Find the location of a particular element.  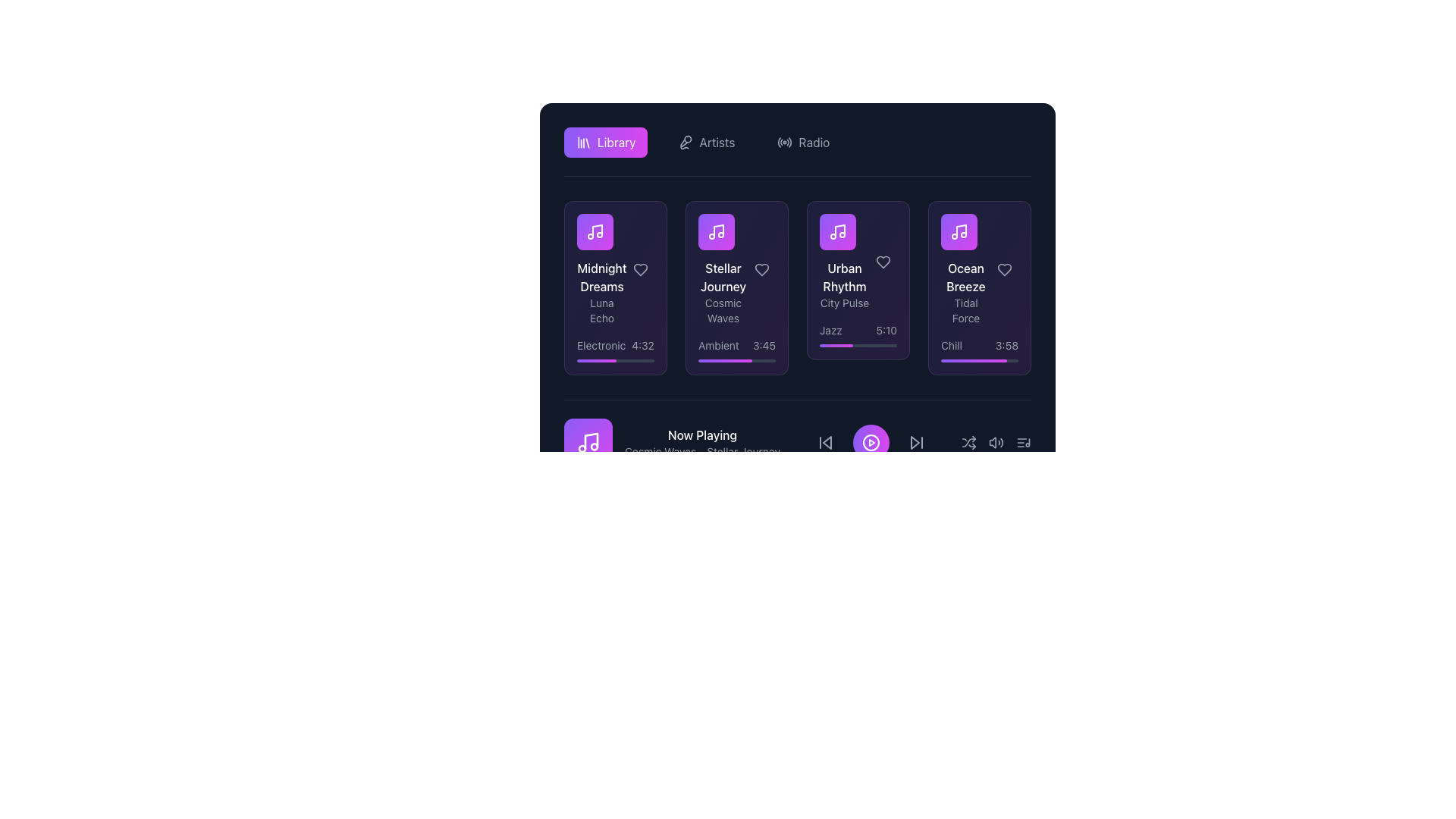

the favorite icon located in the top right corner of the card titled 'Ocean Breeze' is located at coordinates (1004, 268).